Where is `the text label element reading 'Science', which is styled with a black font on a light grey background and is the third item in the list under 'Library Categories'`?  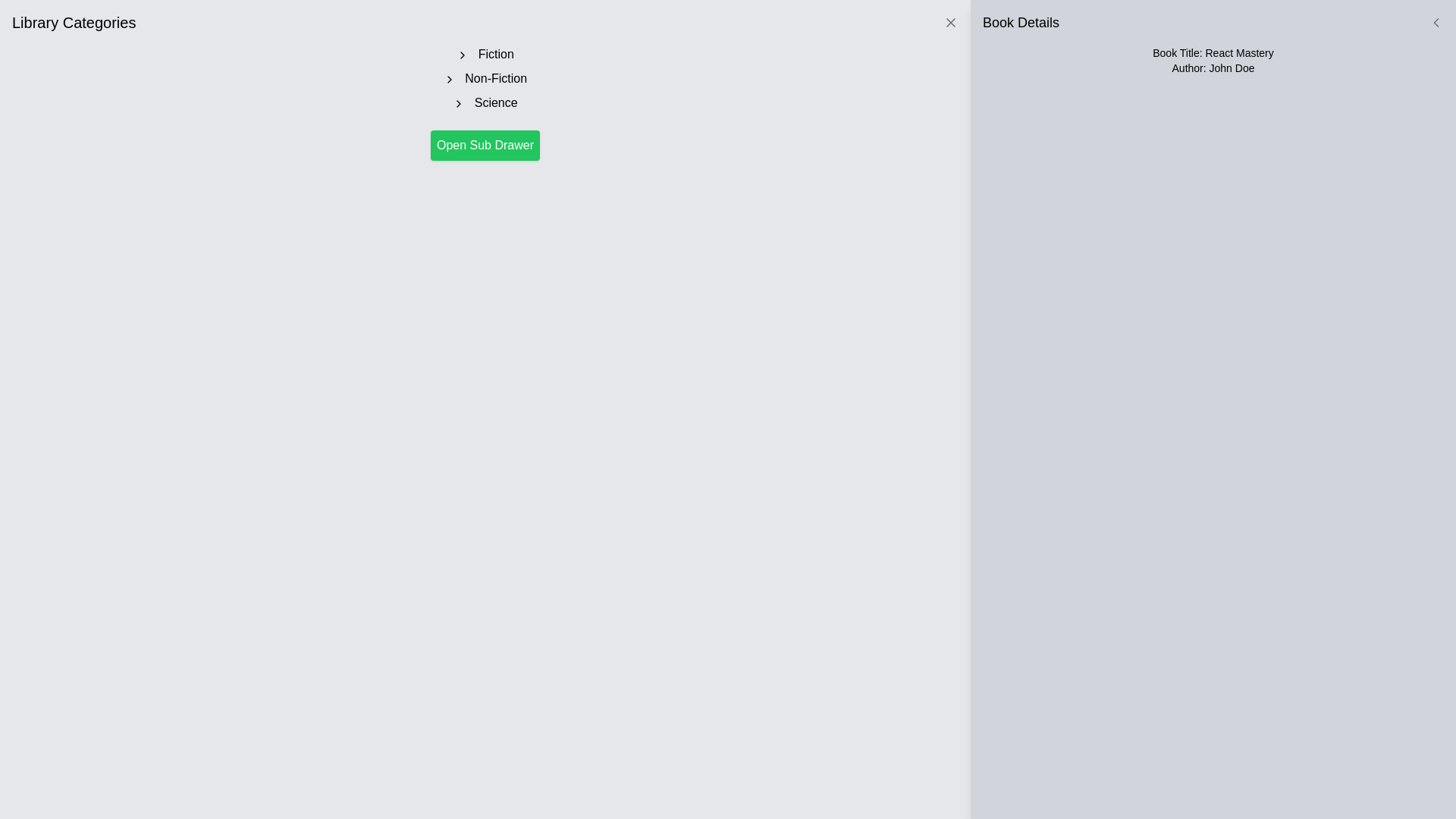
the text label element reading 'Science', which is styled with a black font on a light grey background and is the third item in the list under 'Library Categories' is located at coordinates (484, 102).